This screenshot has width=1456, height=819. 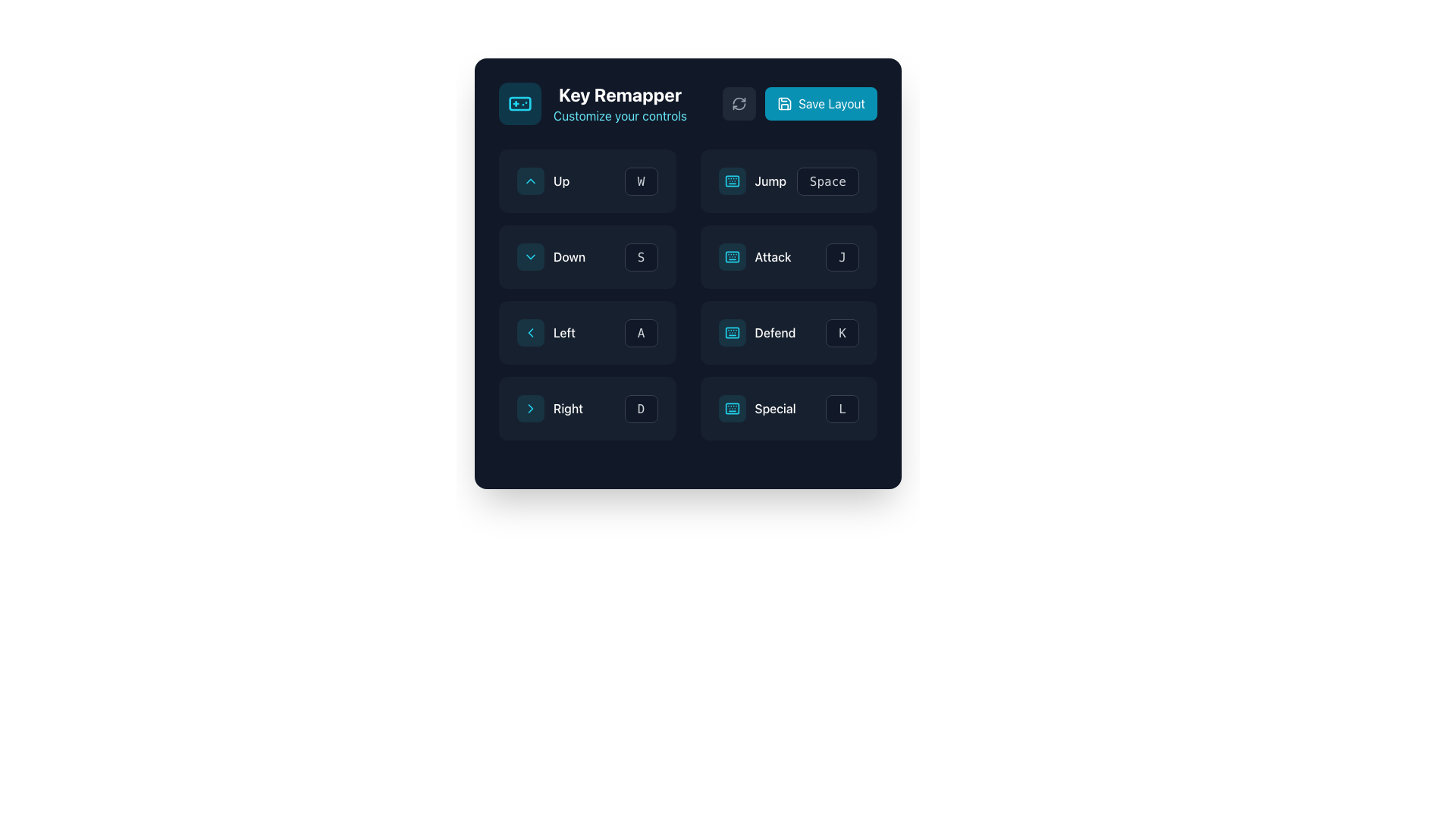 What do you see at coordinates (531, 408) in the screenshot?
I see `the rightward chevron arrow icon located in the 'Right' keybinding button of the key mapping section, positioned next to the 'Right' text` at bounding box center [531, 408].